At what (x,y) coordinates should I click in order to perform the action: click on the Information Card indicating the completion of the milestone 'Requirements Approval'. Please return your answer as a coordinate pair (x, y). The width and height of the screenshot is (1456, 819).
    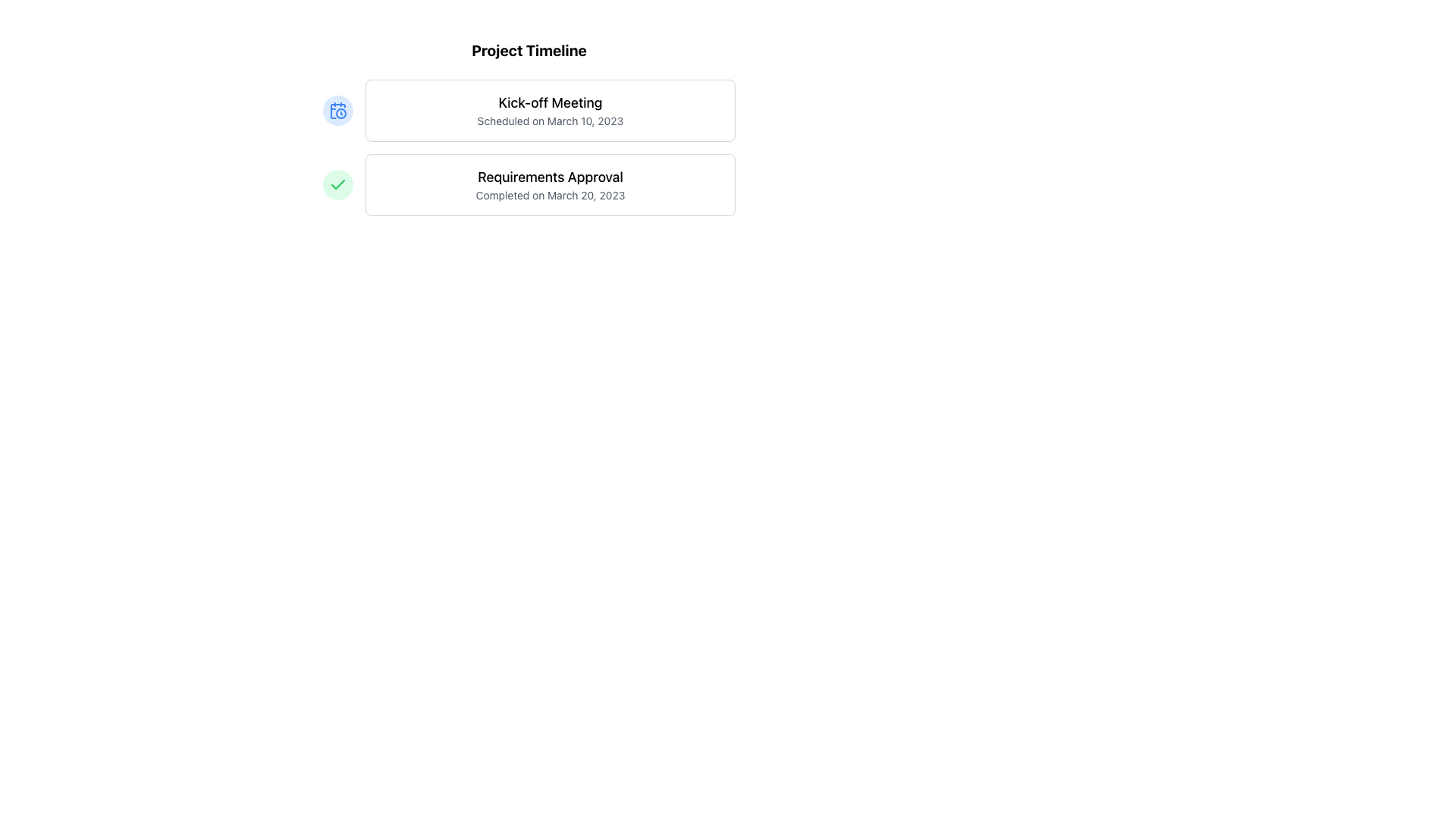
    Looking at the image, I should click on (529, 184).